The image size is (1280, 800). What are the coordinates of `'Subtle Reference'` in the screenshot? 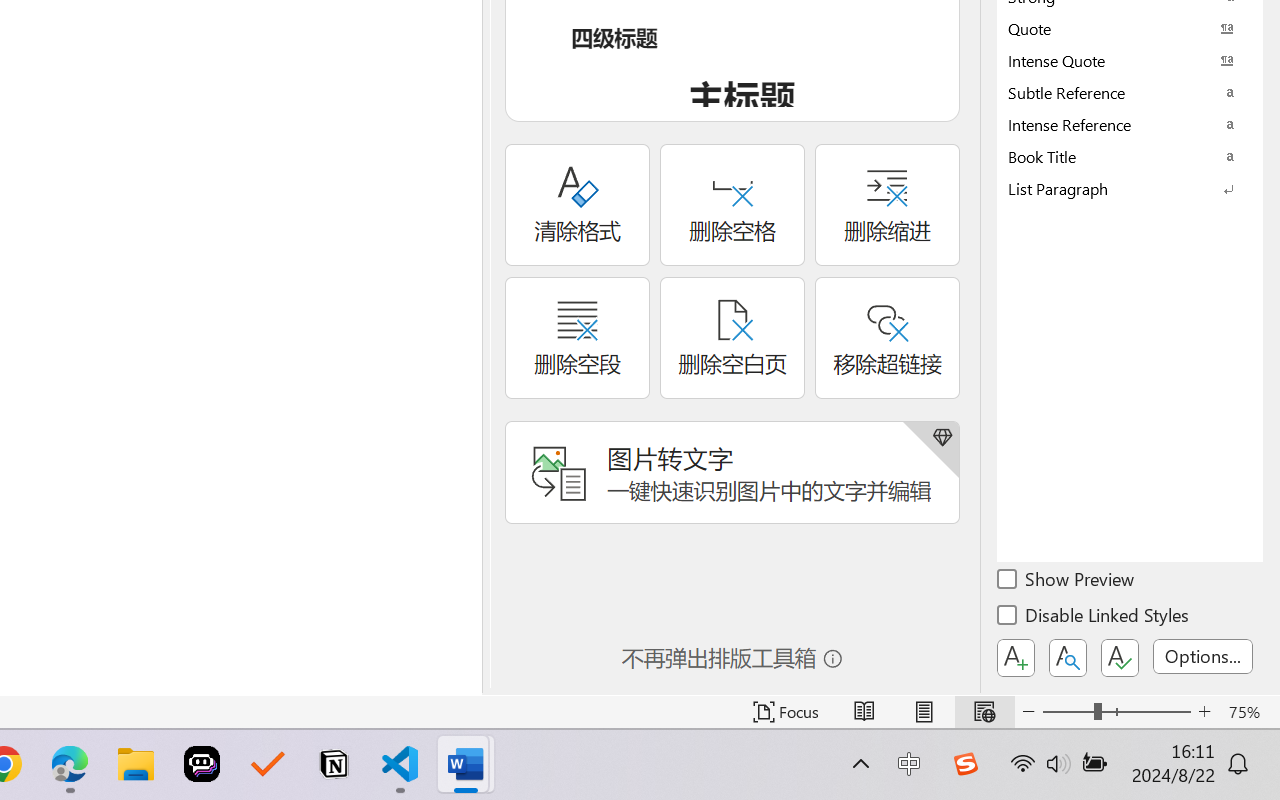 It's located at (1130, 92).